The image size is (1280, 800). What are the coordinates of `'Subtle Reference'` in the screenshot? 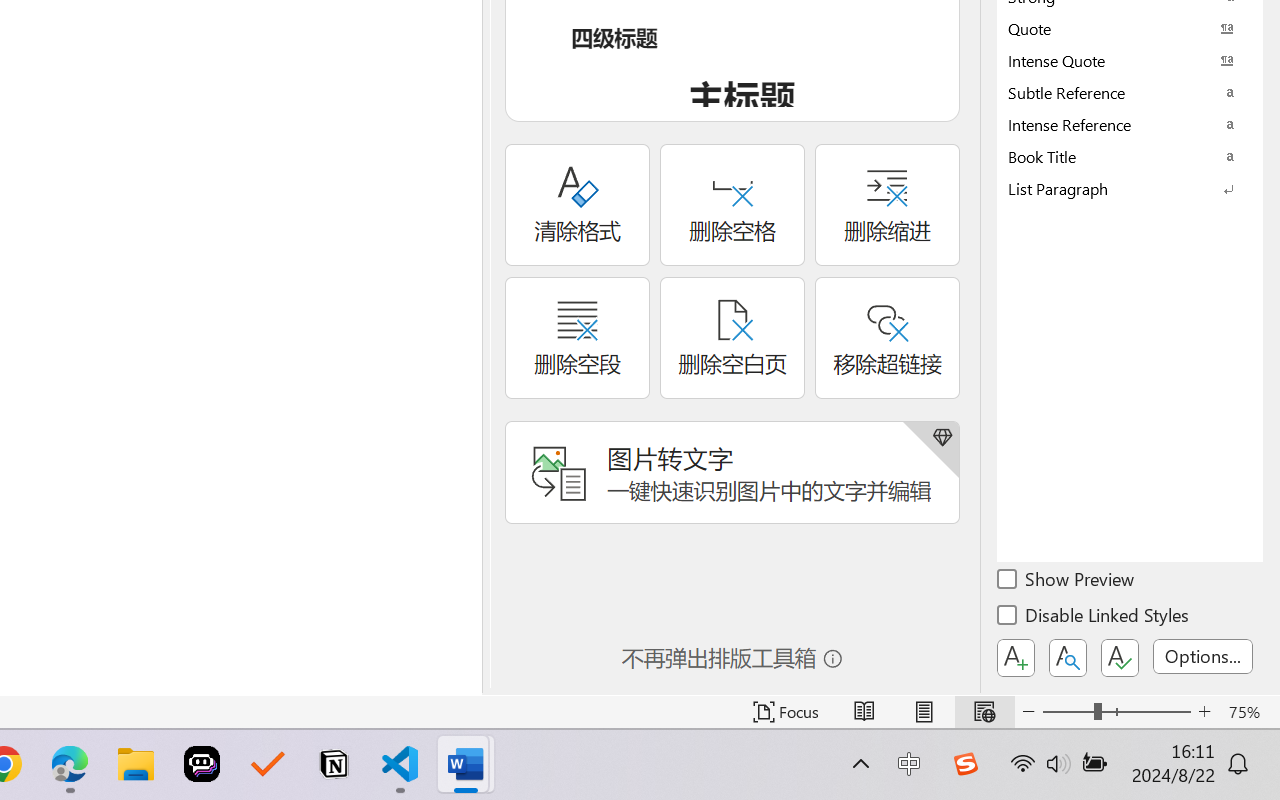 It's located at (1130, 92).